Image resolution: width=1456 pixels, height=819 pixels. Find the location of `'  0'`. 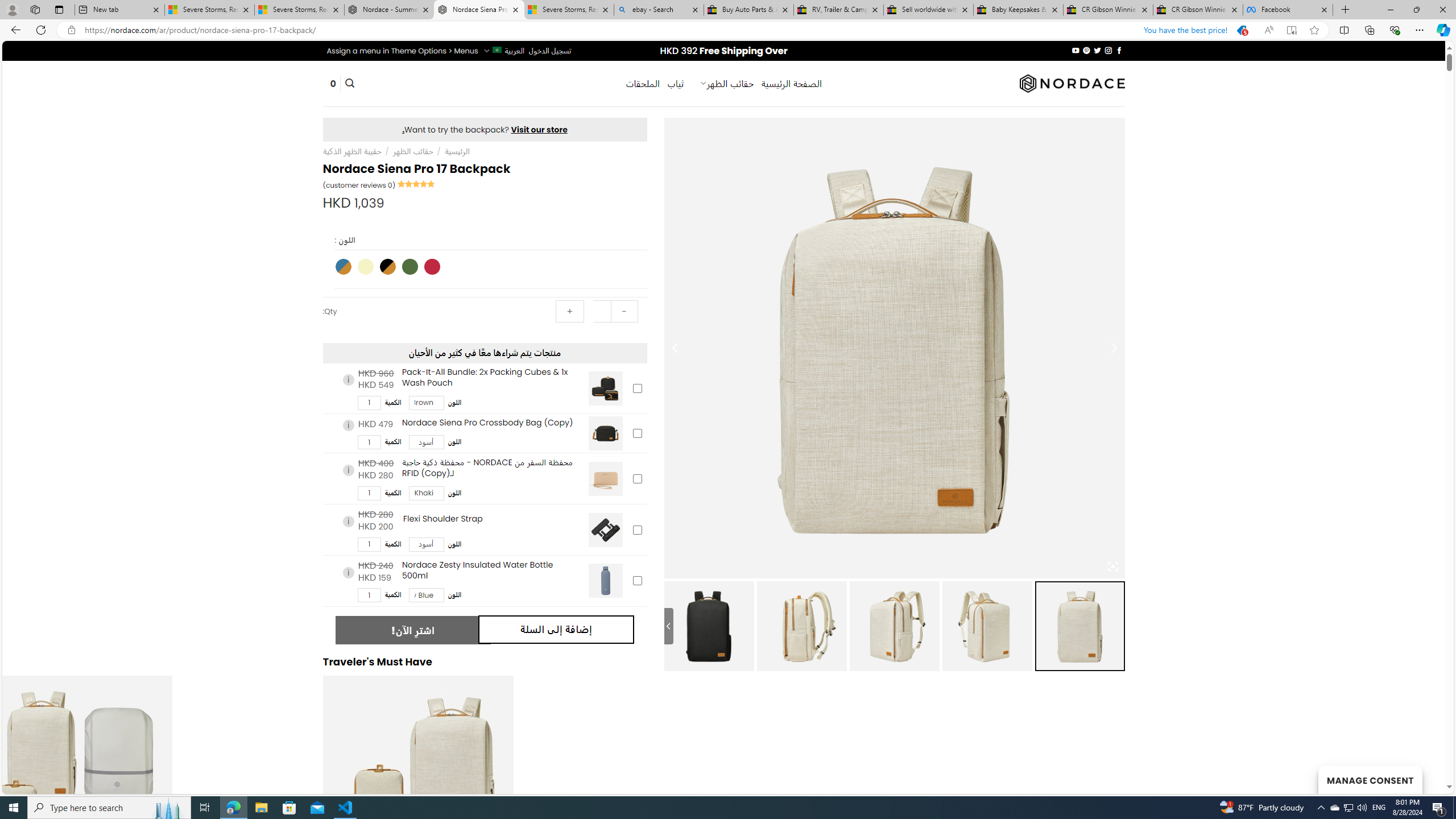

'  0' is located at coordinates (333, 83).